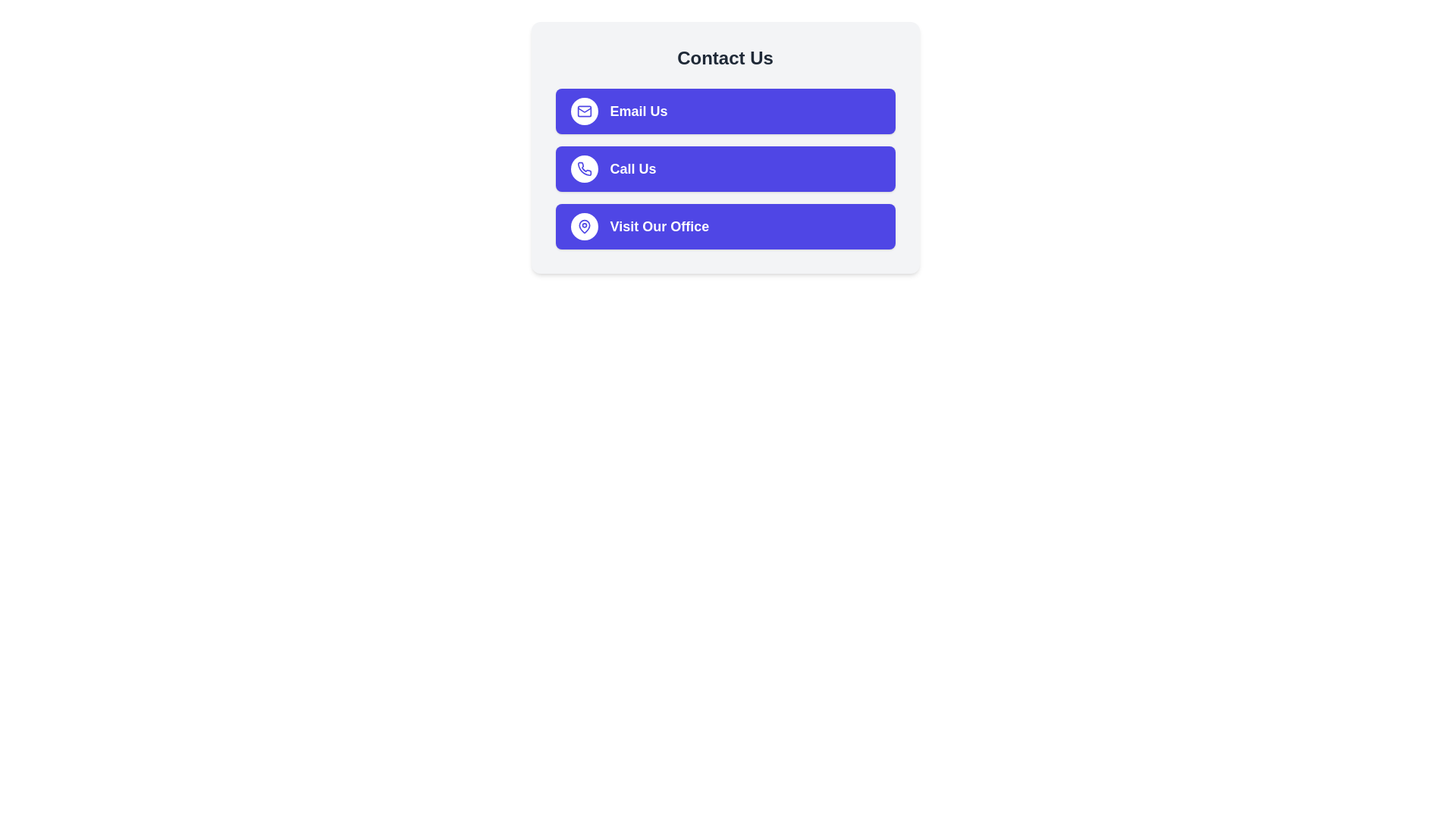  I want to click on the 'Email Us' label, so click(639, 110).